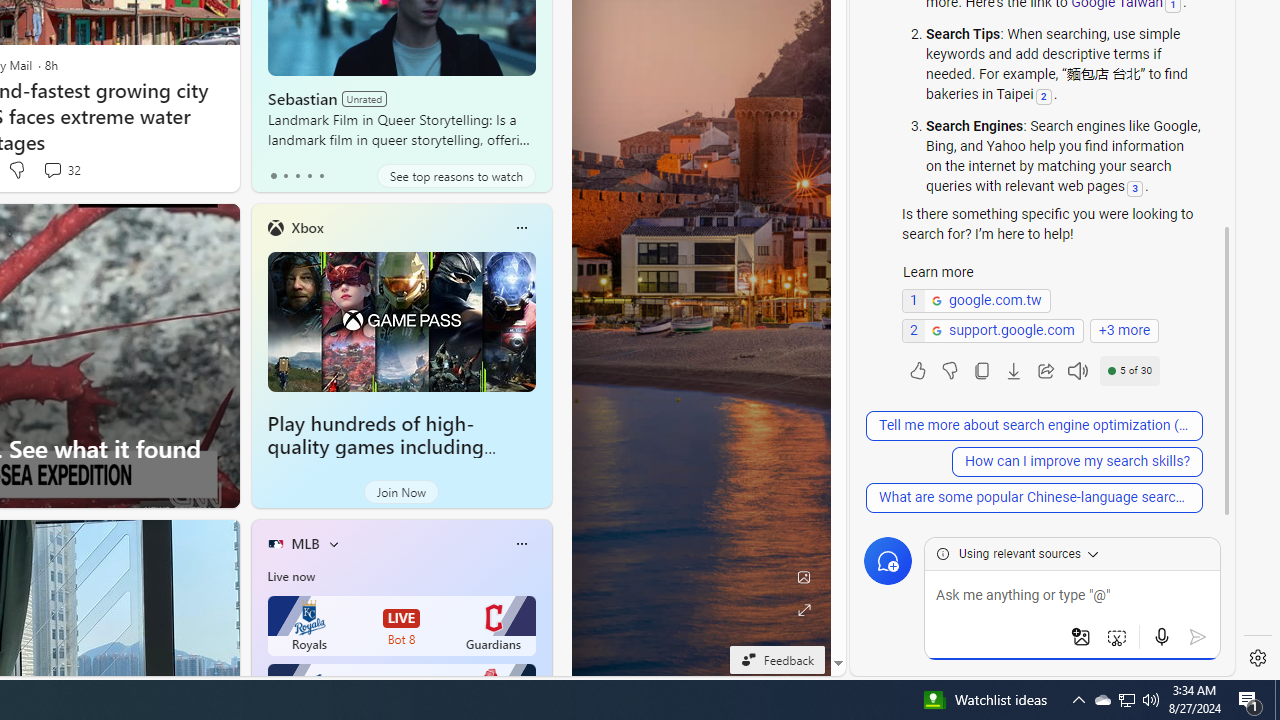  What do you see at coordinates (52, 168) in the screenshot?
I see `'View comments 32 Comment'` at bounding box center [52, 168].